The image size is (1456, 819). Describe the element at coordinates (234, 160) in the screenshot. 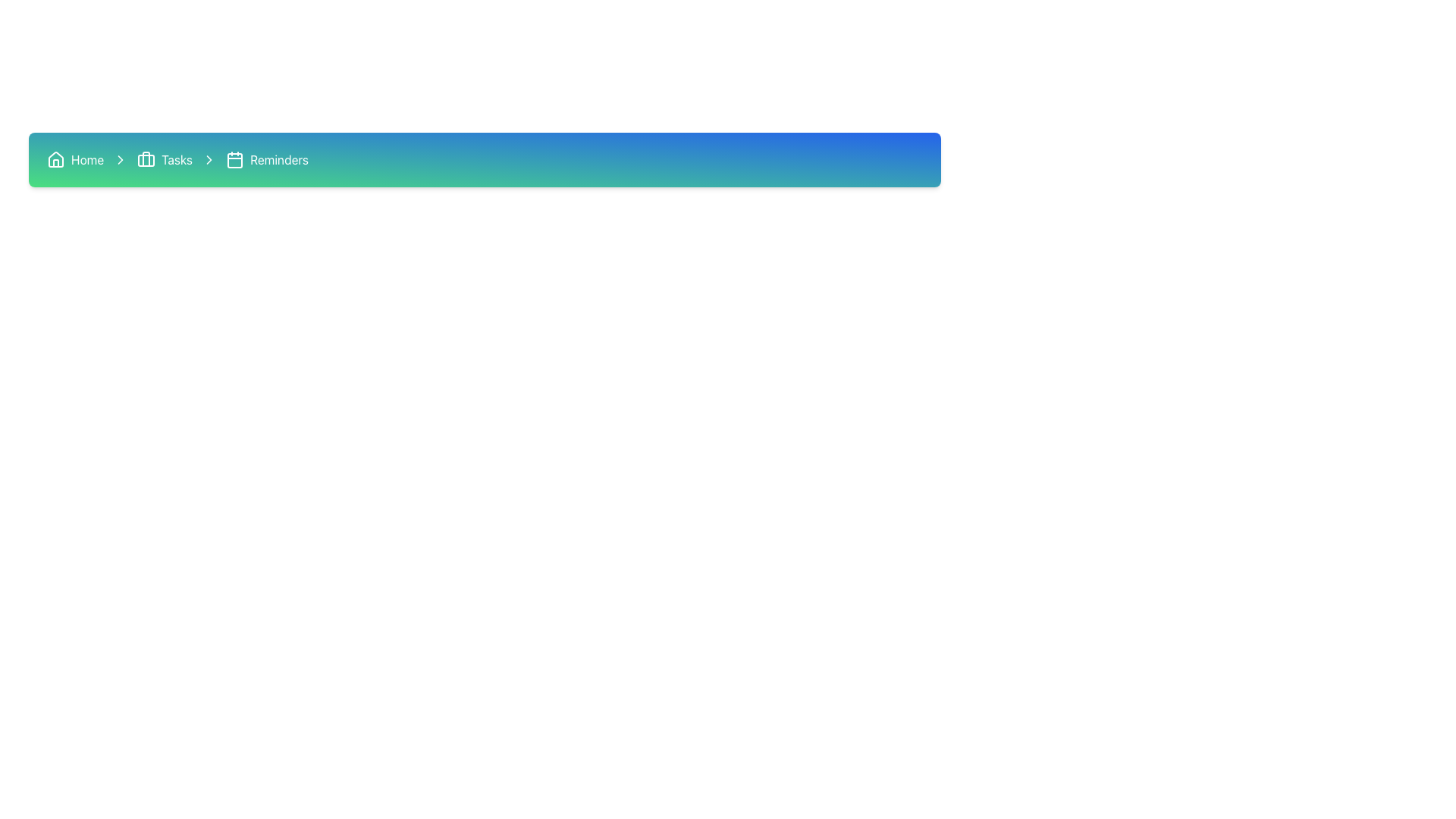

I see `the calendar icon in the horizontal navigation bar` at that location.